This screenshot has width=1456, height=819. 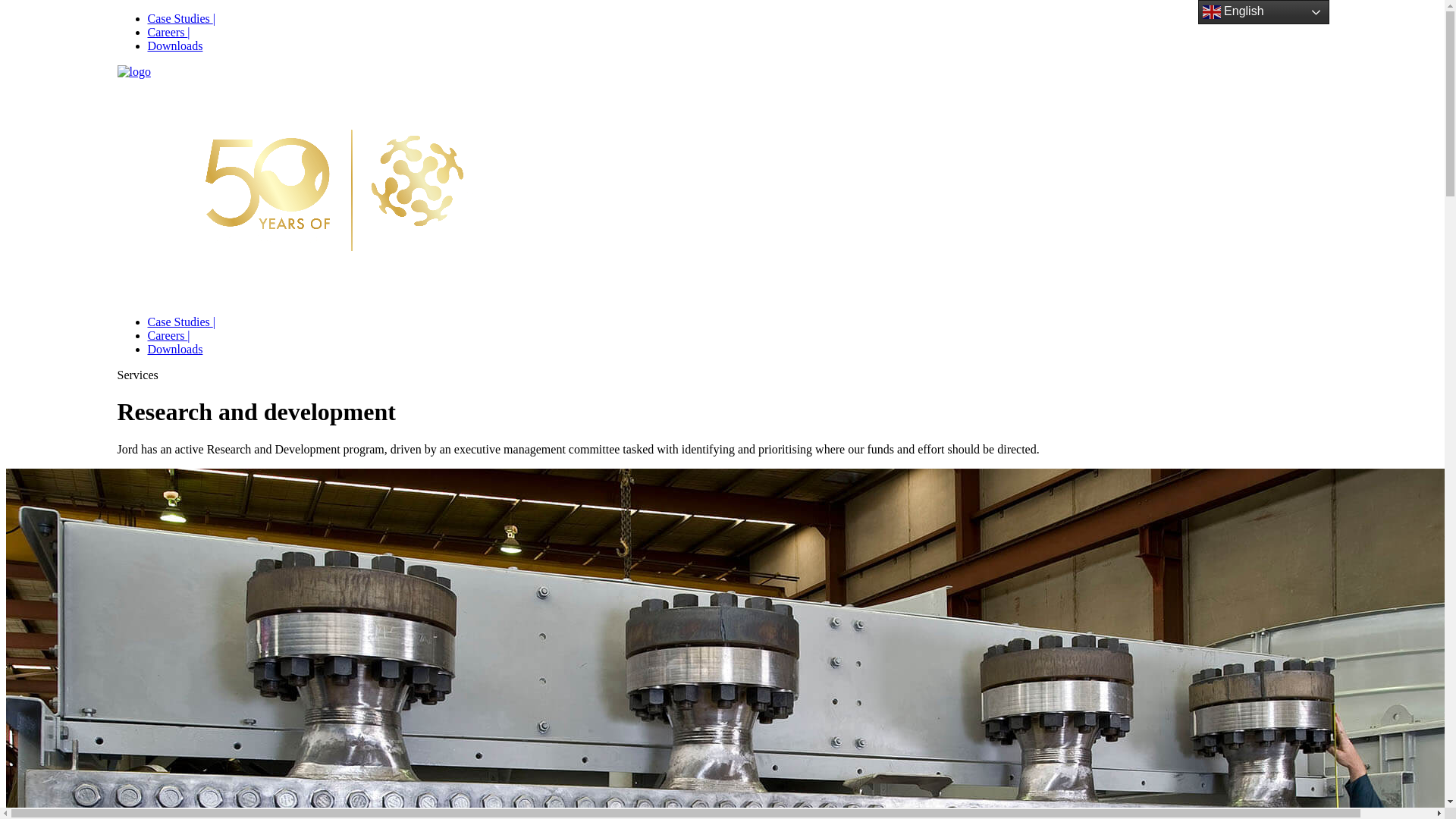 I want to click on 'Downloads', so click(x=174, y=45).